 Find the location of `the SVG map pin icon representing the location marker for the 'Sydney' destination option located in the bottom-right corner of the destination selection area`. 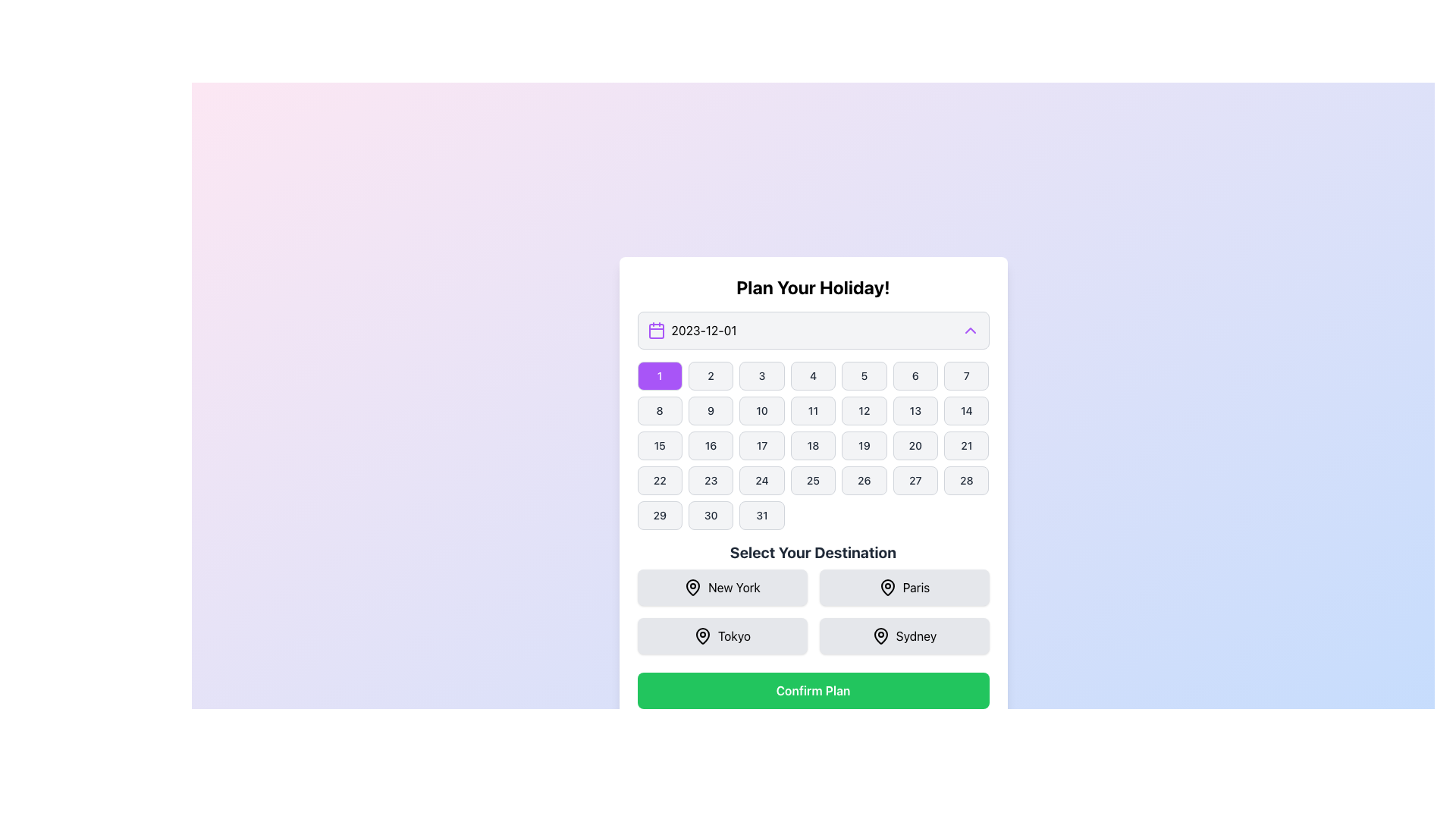

the SVG map pin icon representing the location marker for the 'Sydney' destination option located in the bottom-right corner of the destination selection area is located at coordinates (880, 636).